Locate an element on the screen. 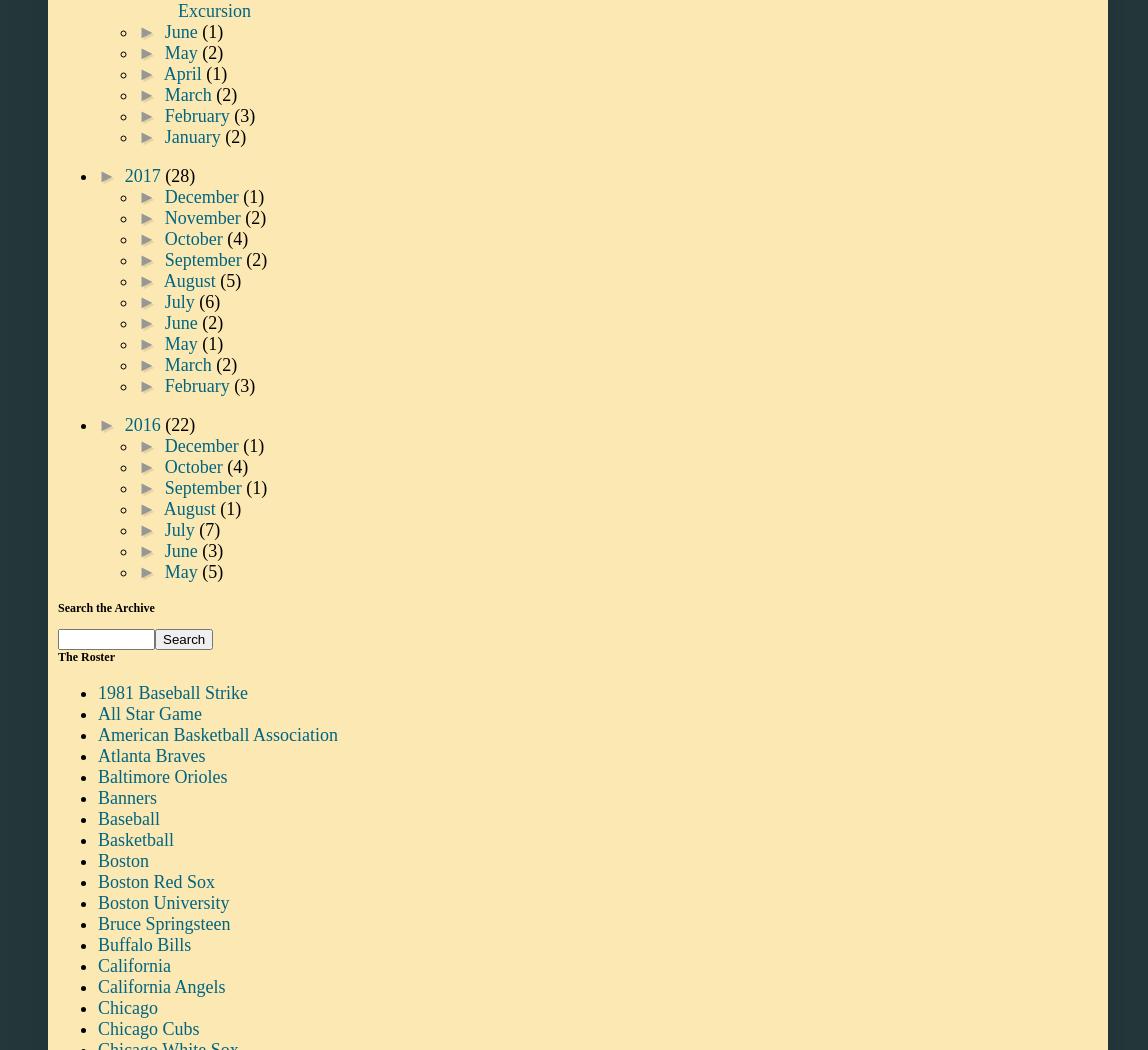 This screenshot has width=1148, height=1050. 'California Angels' is located at coordinates (161, 985).